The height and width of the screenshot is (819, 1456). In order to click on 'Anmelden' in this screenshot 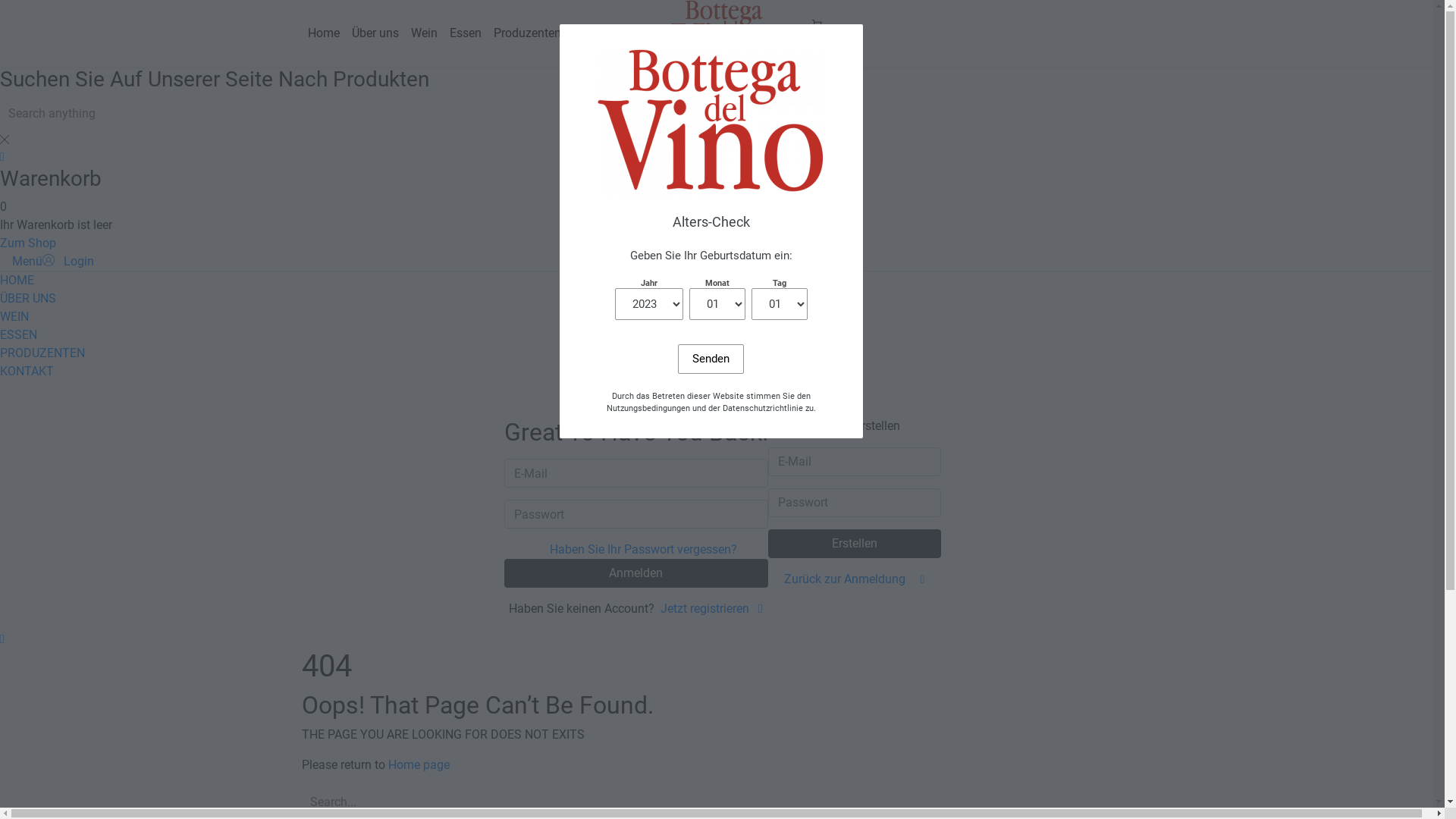, I will do `click(635, 573)`.